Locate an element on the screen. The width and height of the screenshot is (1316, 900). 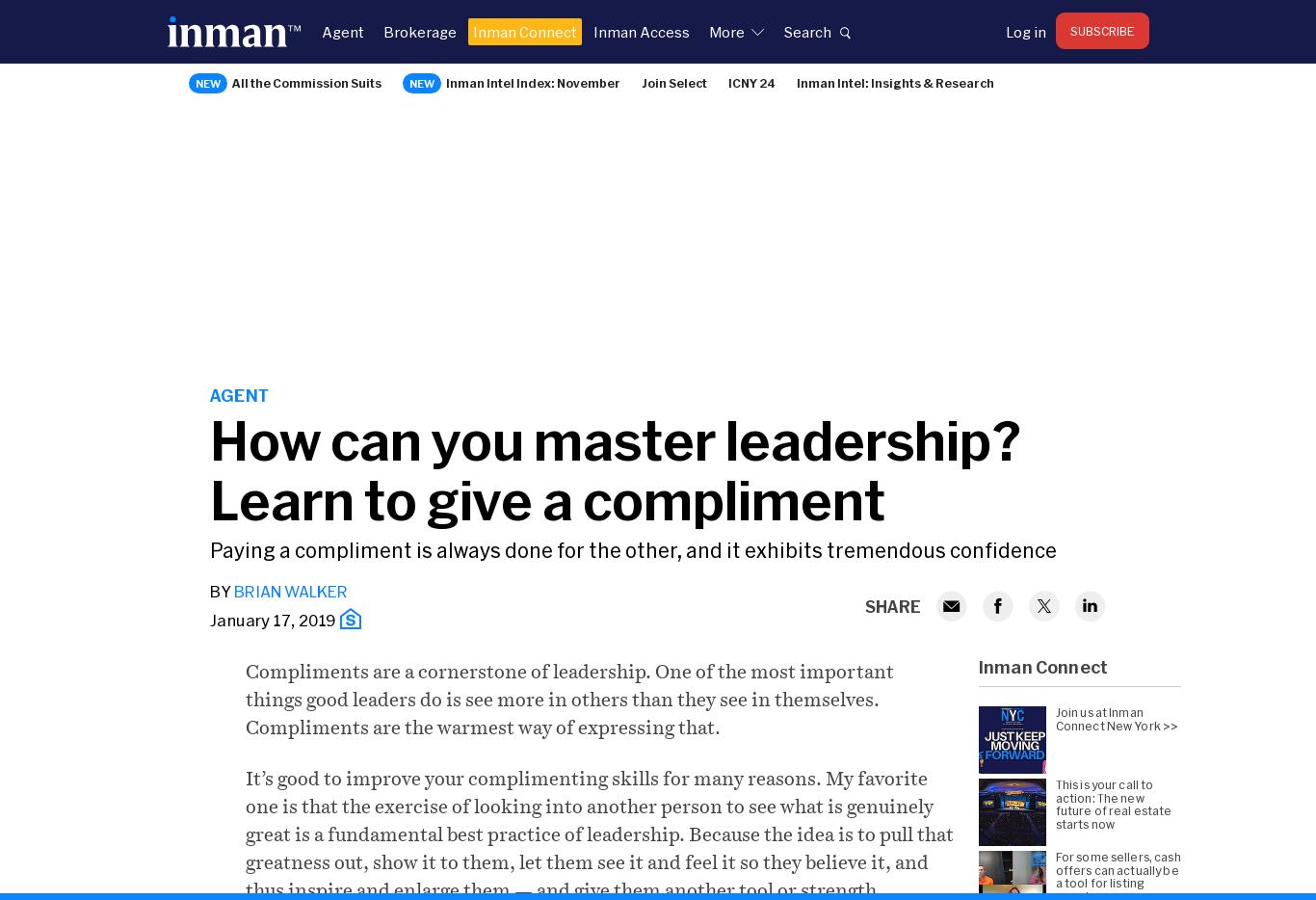
'January 17, 2019' is located at coordinates (209, 620).